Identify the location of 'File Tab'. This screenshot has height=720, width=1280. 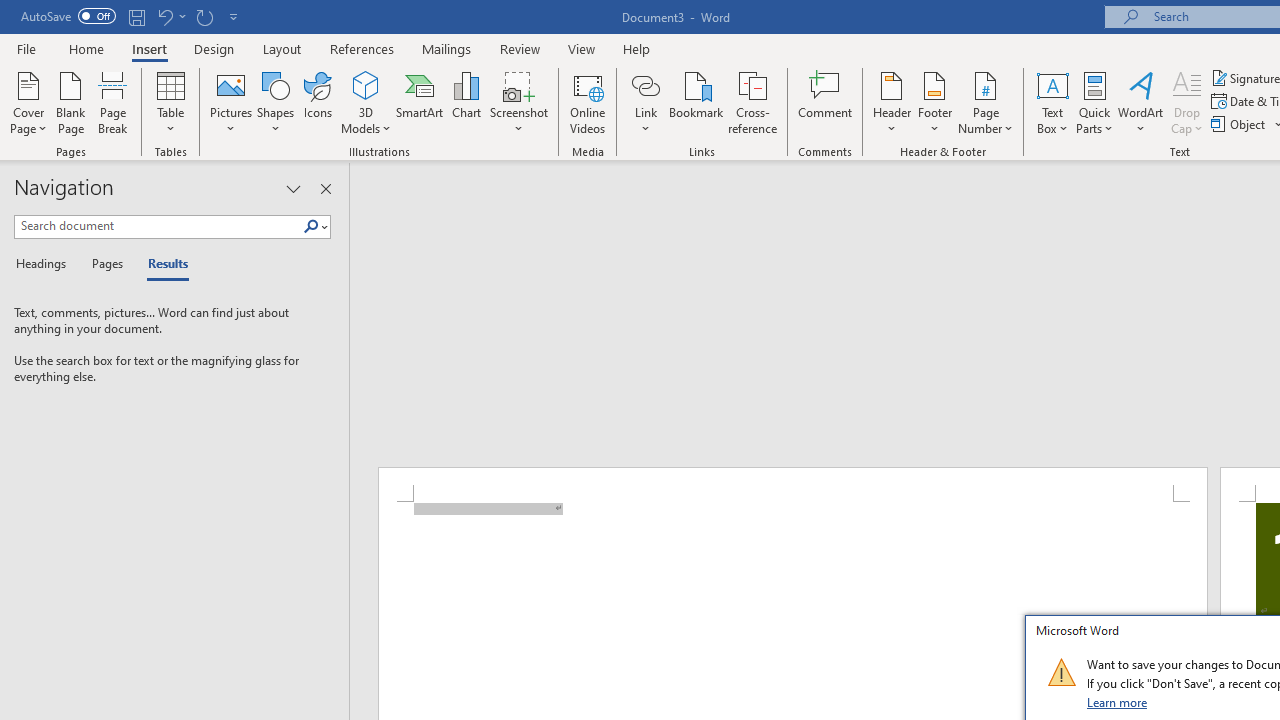
(26, 47).